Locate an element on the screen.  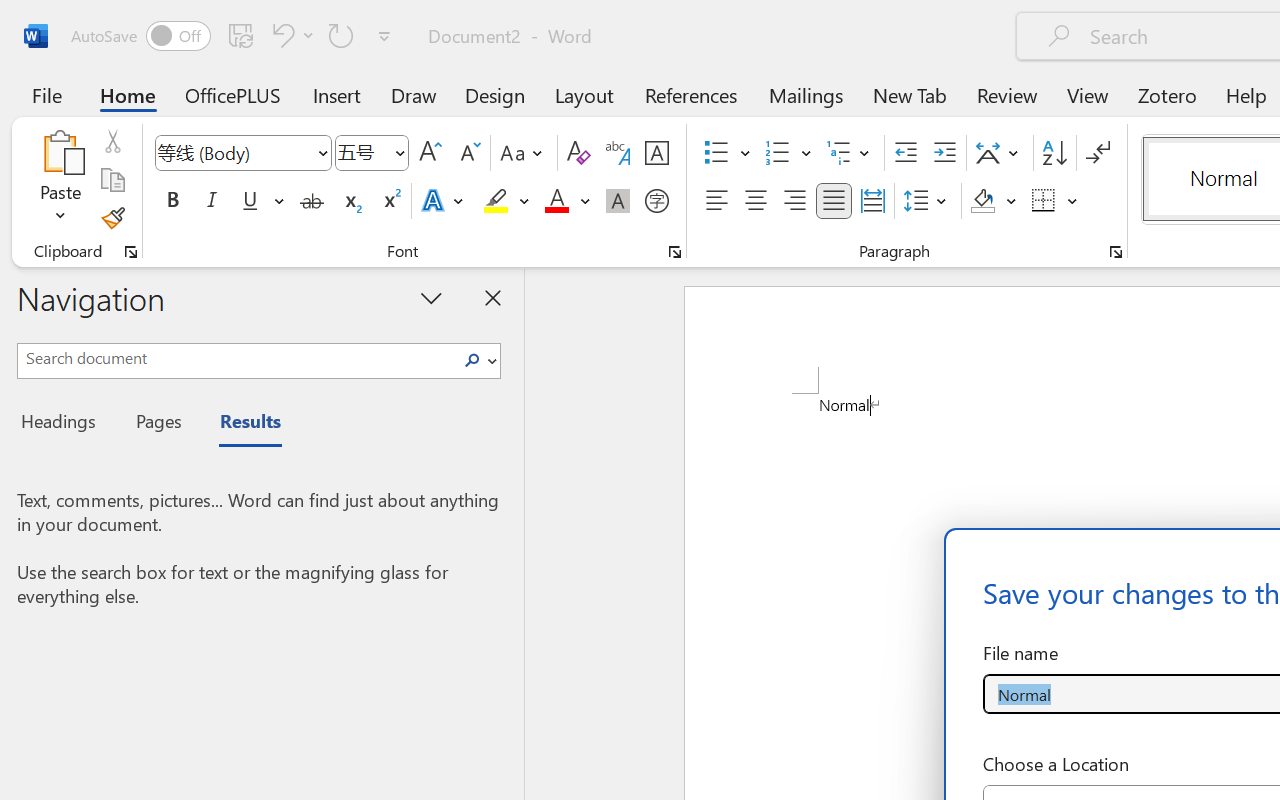
'Shrink Font' is located at coordinates (467, 153).